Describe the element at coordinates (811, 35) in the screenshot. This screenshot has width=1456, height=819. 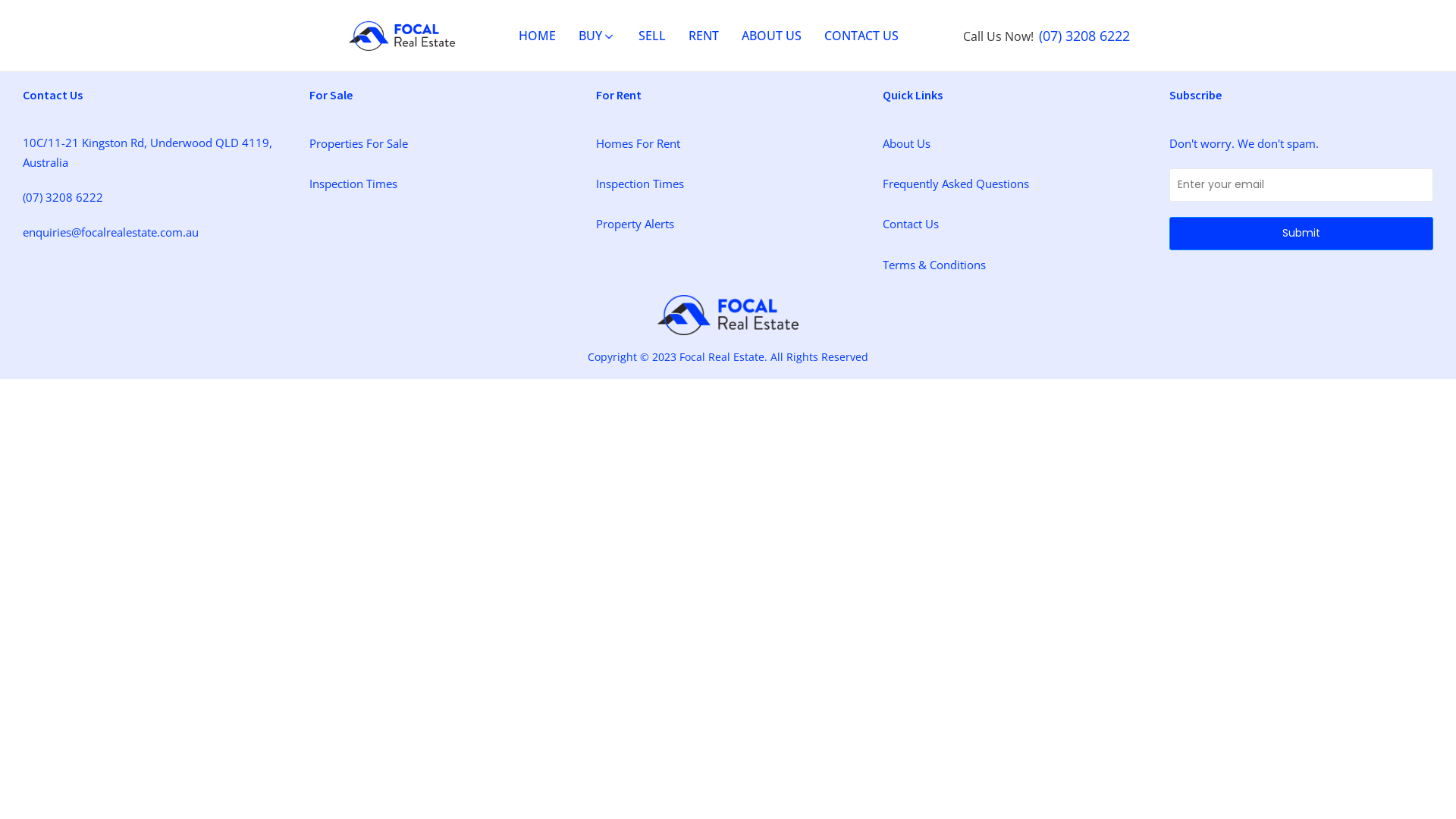
I see `'CONTACT US'` at that location.